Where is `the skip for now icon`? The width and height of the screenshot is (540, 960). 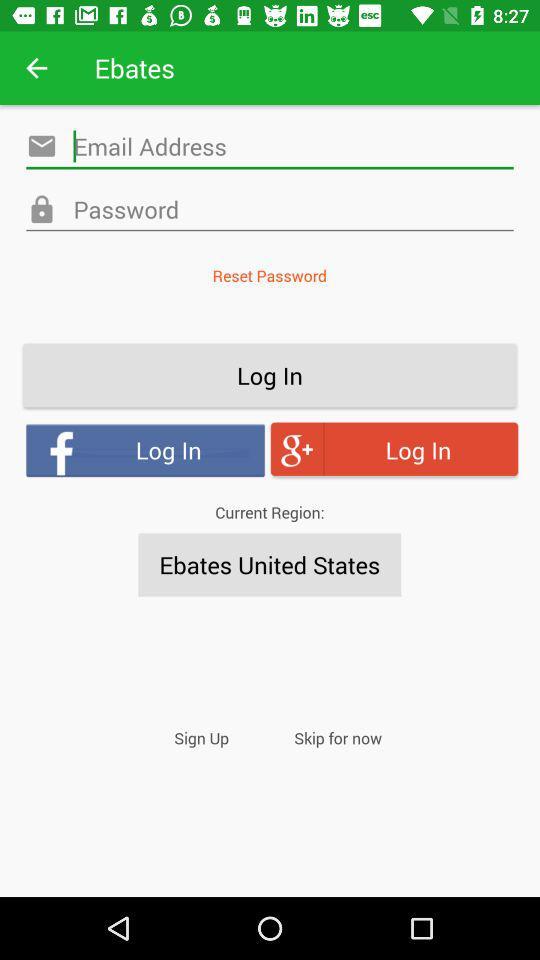 the skip for now icon is located at coordinates (337, 737).